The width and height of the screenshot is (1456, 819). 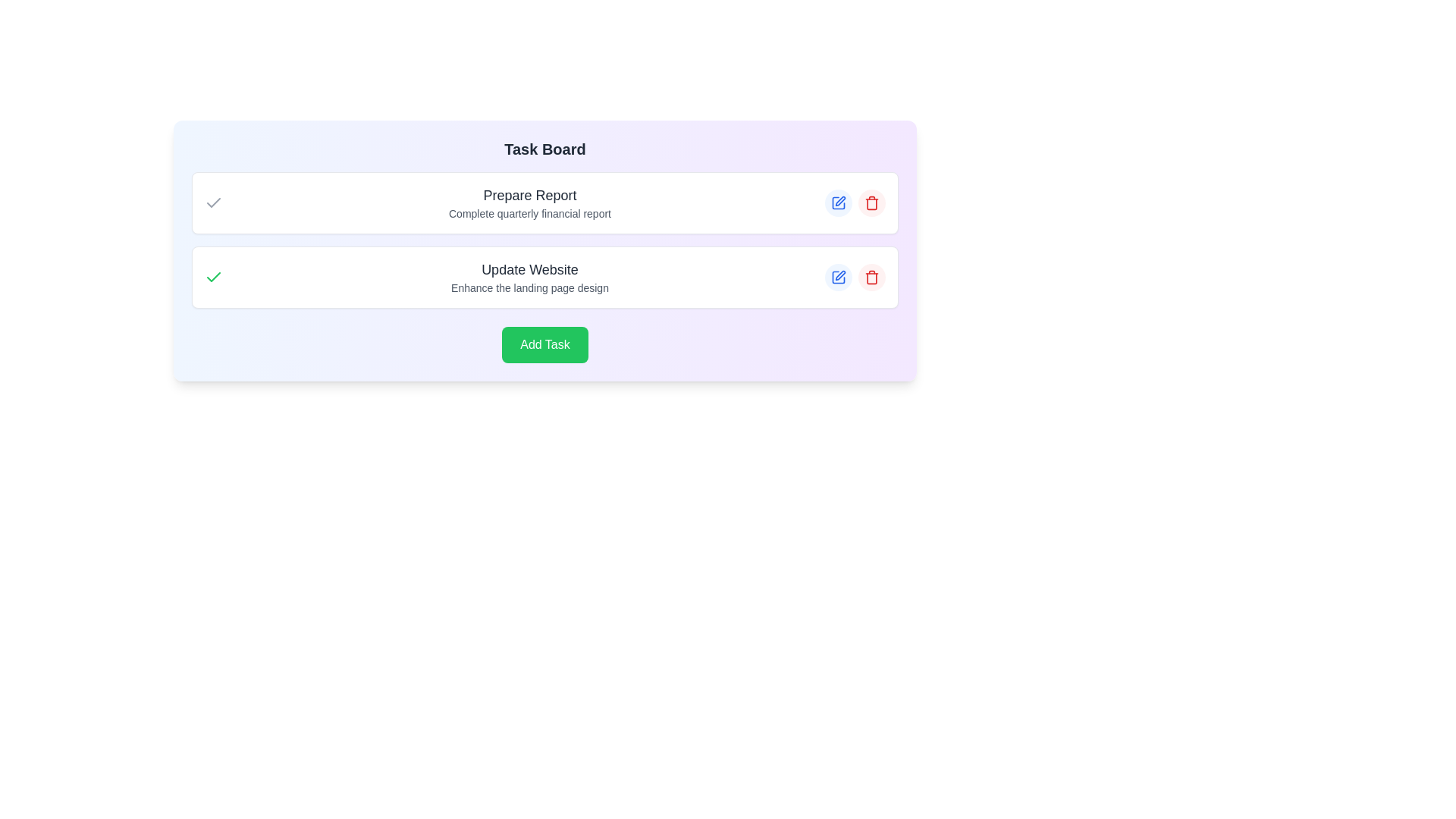 I want to click on the checkmark icon that indicates the completion status of the task 'Prepare Report', which is located to the left of the task's text in the topmost row of the task list, so click(x=213, y=202).